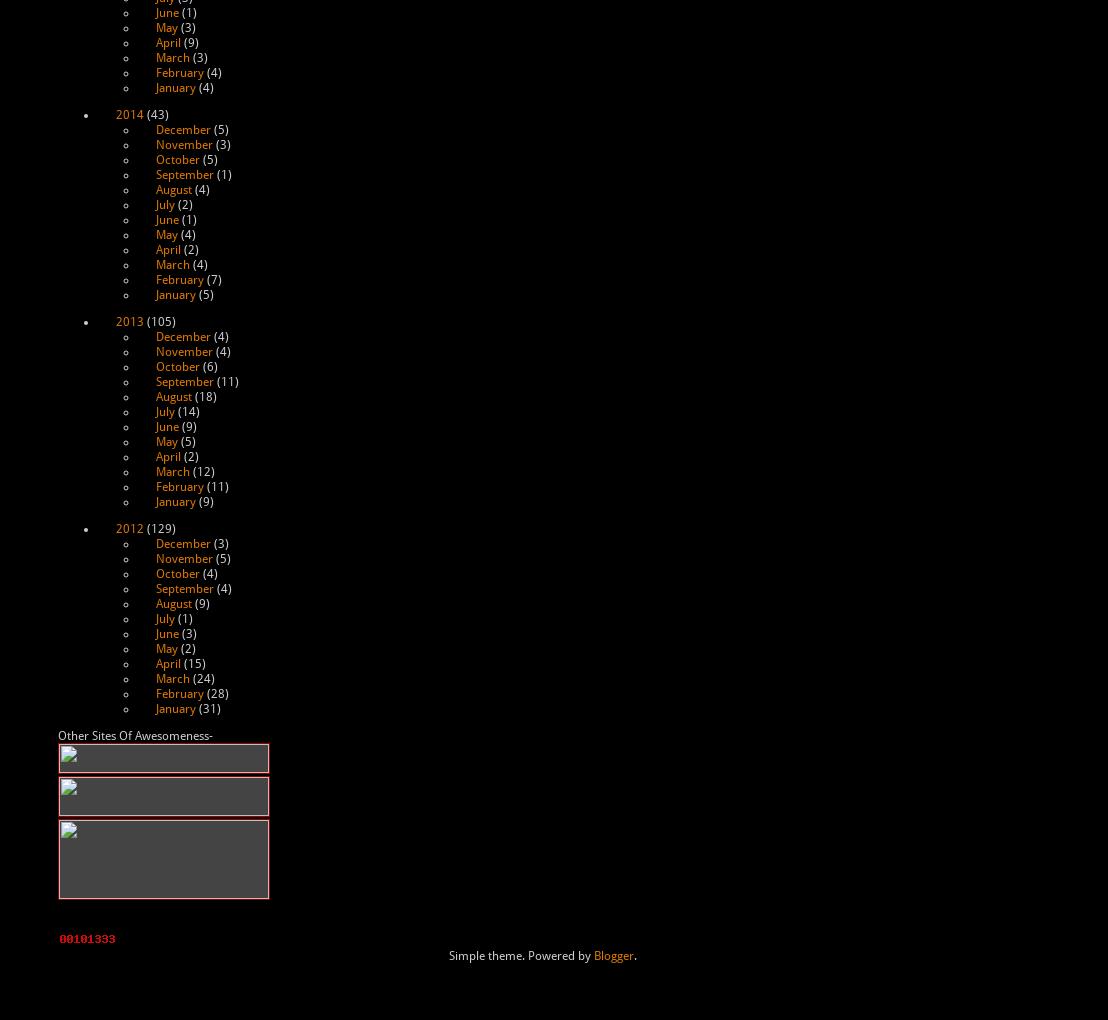 Image resolution: width=1108 pixels, height=1020 pixels. Describe the element at coordinates (159, 322) in the screenshot. I see `'(105)'` at that location.